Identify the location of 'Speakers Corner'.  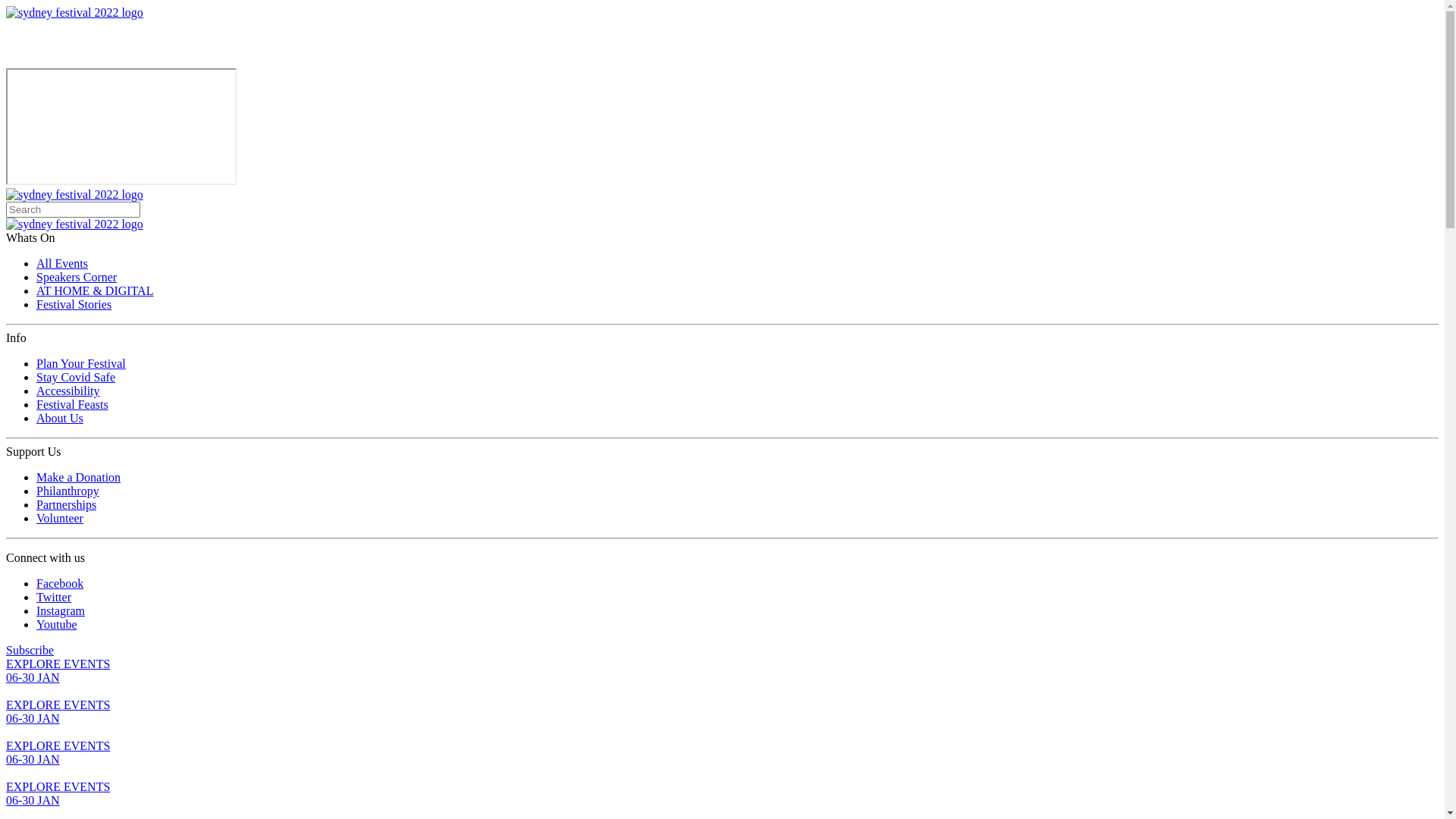
(75, 277).